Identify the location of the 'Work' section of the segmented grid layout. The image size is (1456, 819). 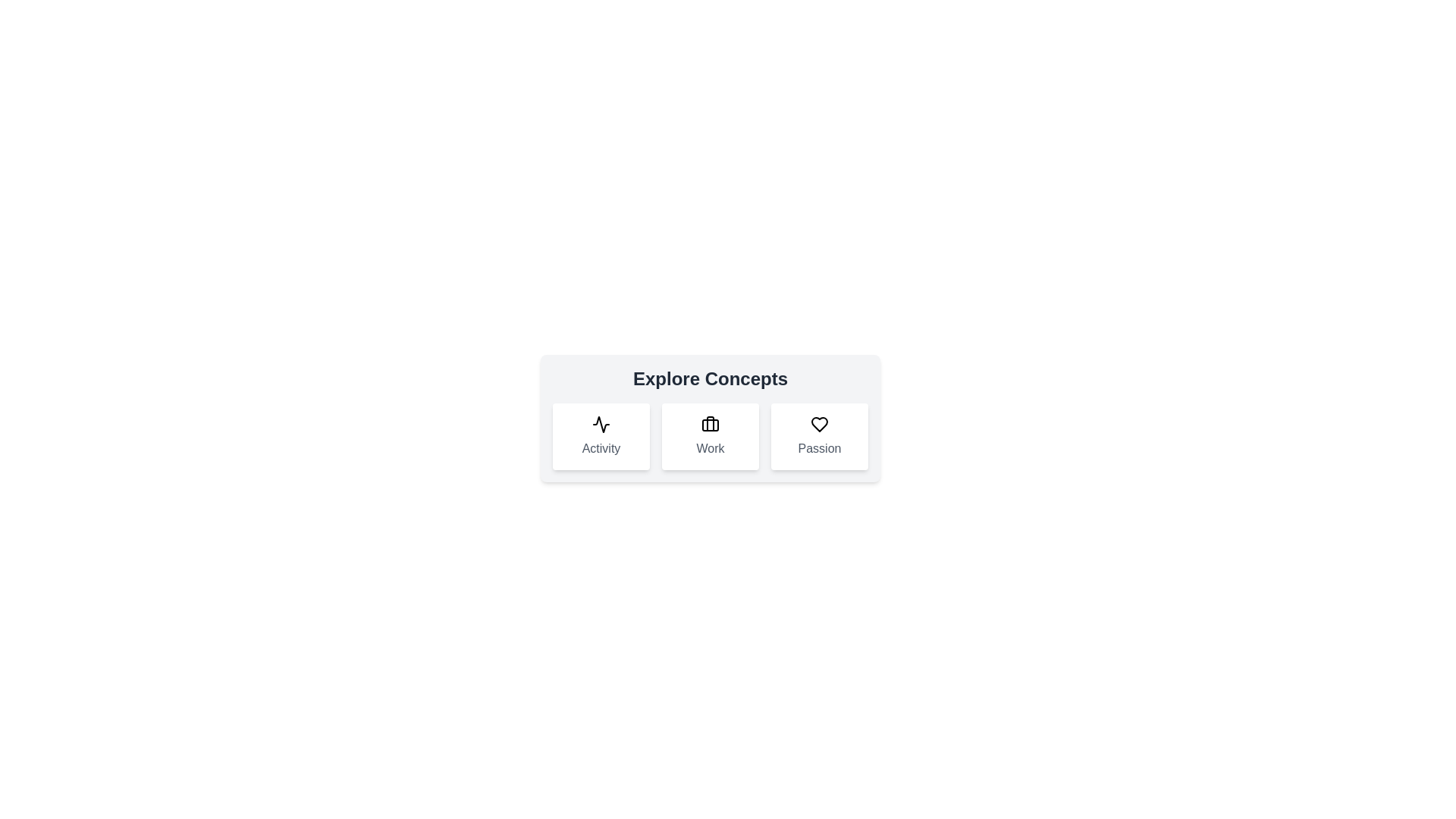
(709, 436).